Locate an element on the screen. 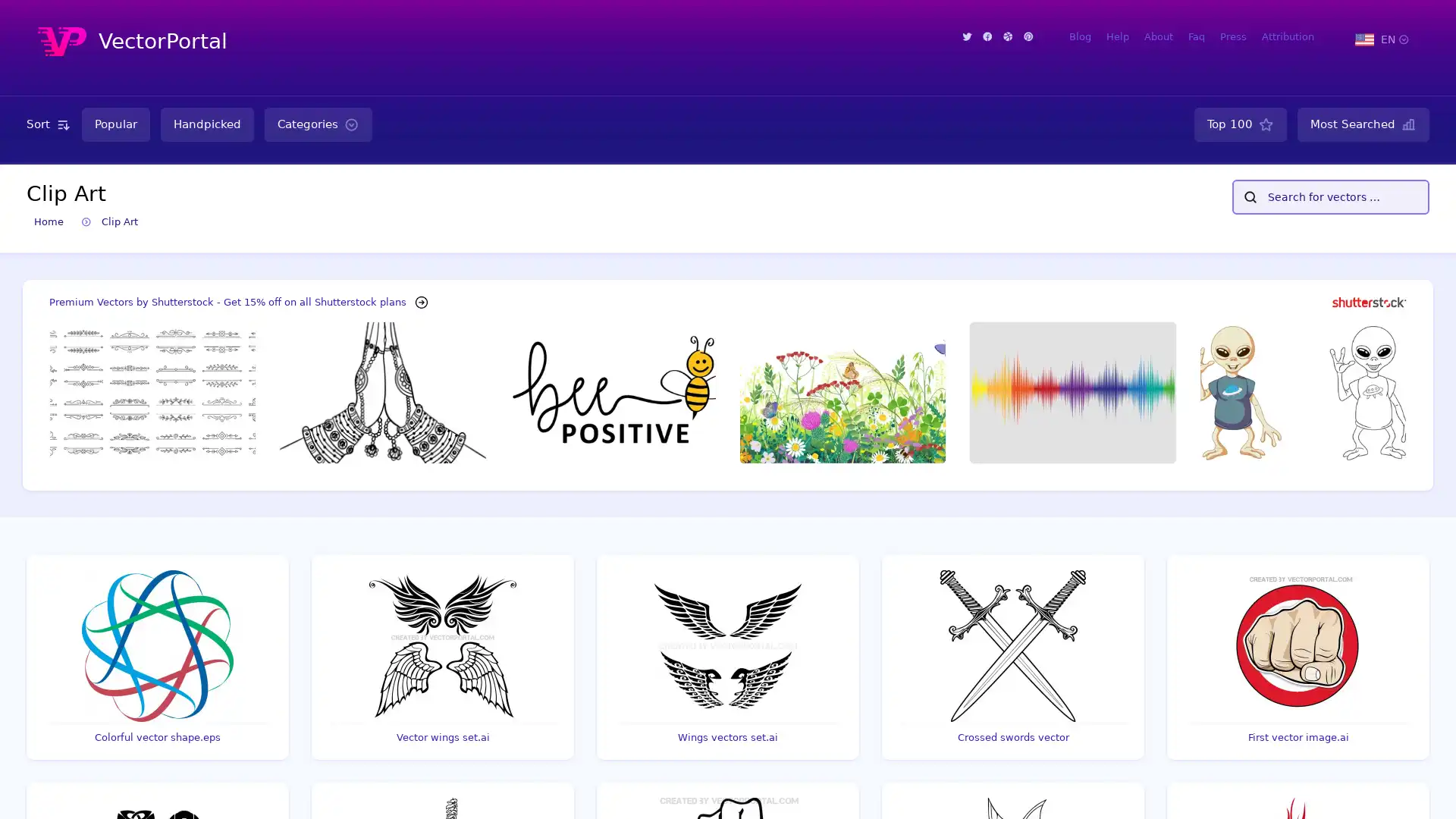  EN is located at coordinates (1381, 38).